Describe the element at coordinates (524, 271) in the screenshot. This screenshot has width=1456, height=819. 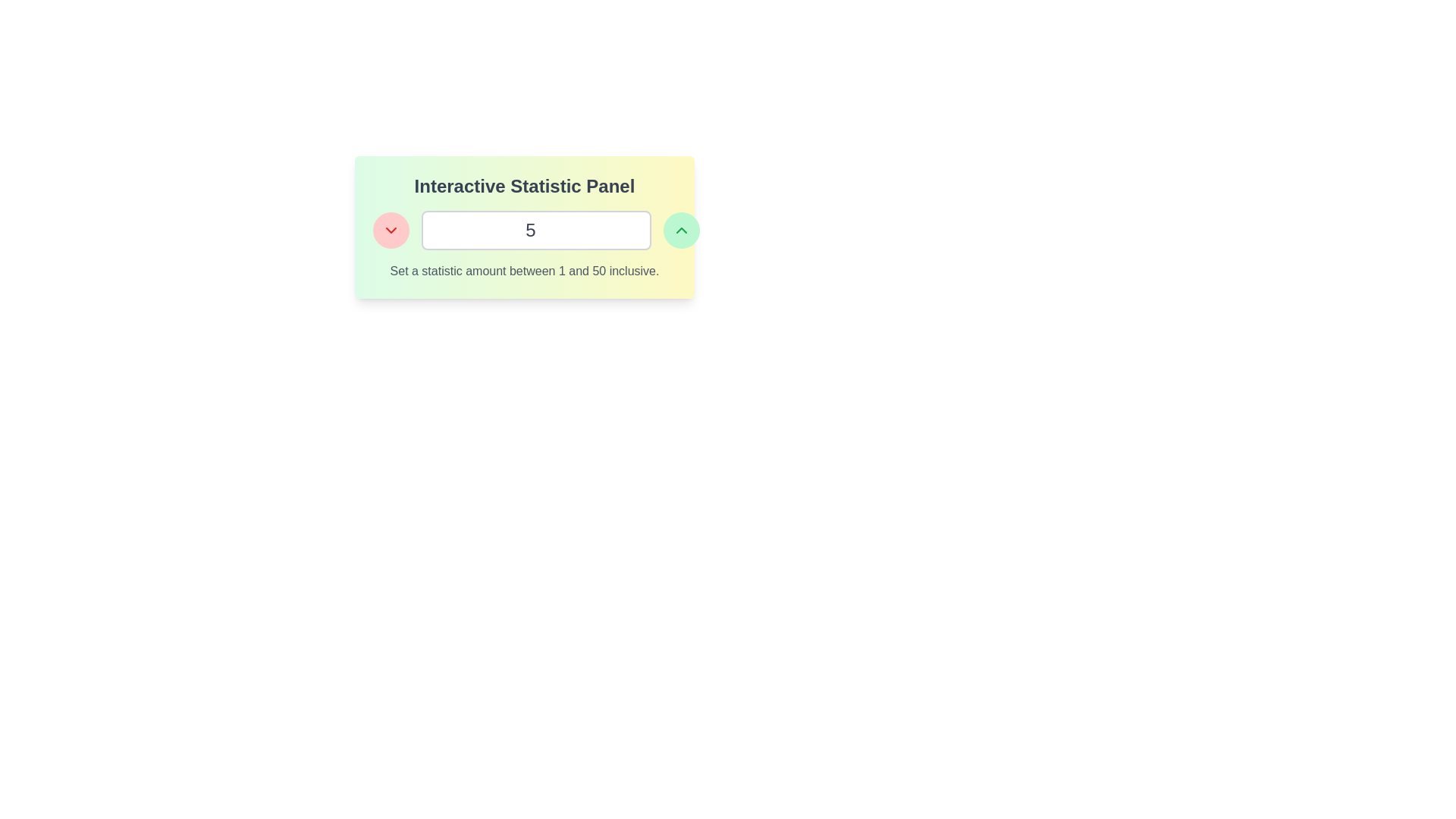
I see `the text label displaying 'Set a statistic amount between 1 and 50 inclusive.' which is styled with gray text and positioned below the numerical input box and arrow buttons` at that location.